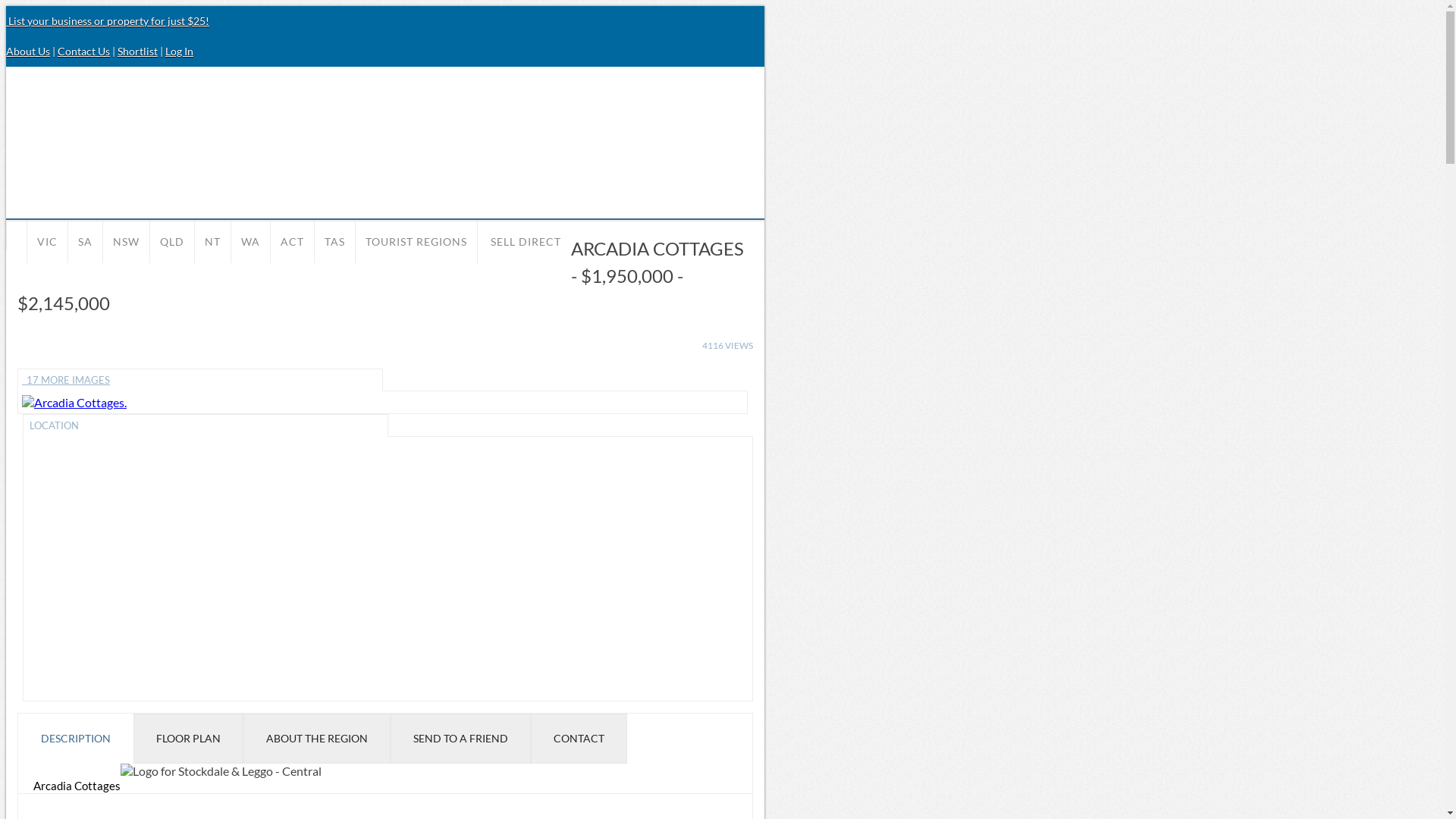  Describe the element at coordinates (83, 50) in the screenshot. I see `'Contact Us'` at that location.